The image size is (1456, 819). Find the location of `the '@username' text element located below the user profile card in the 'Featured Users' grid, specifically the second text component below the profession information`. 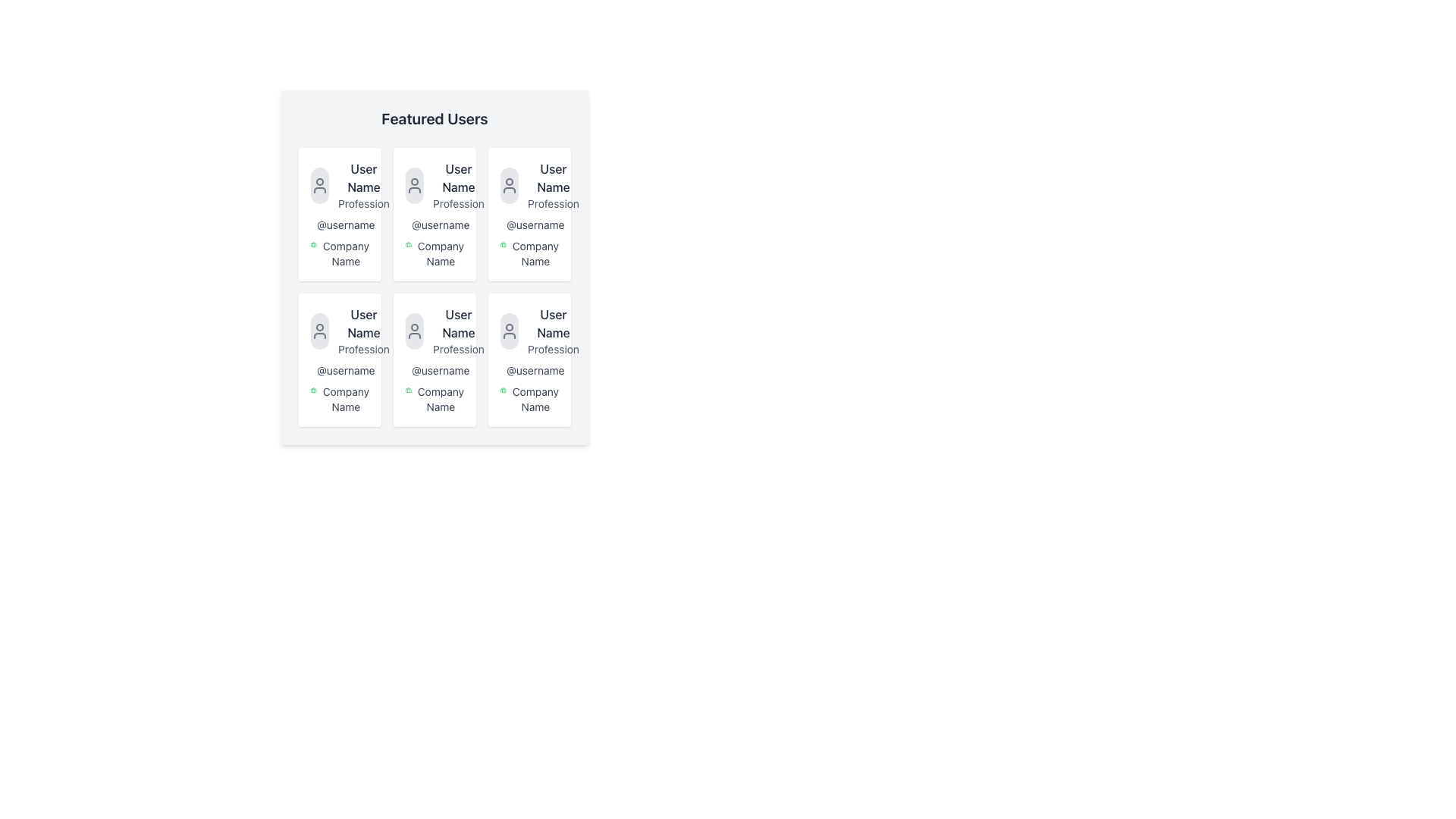

the '@username' text element located below the user profile card in the 'Featured Users' grid, specifically the second text component below the profession information is located at coordinates (439, 371).